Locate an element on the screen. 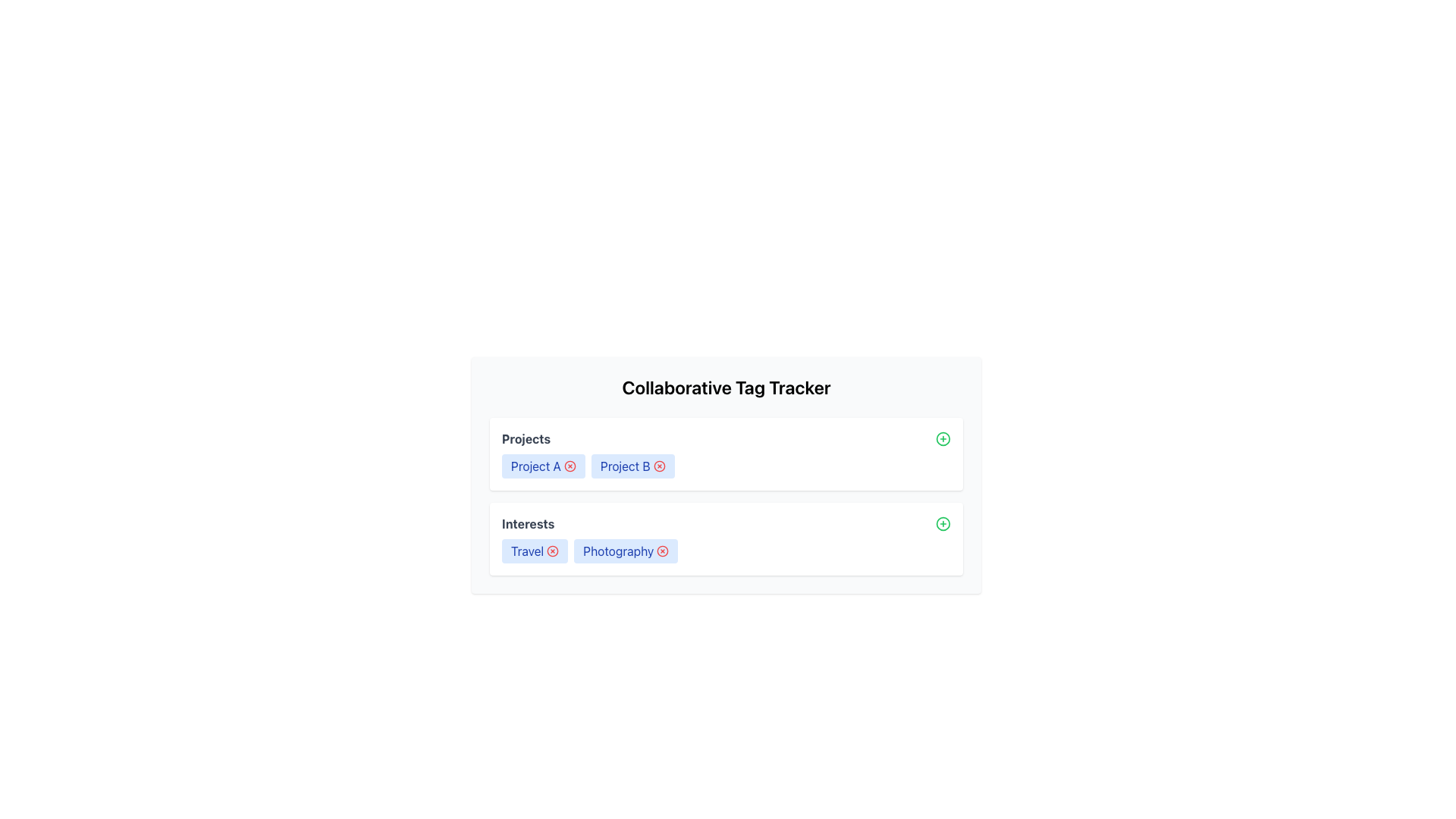 Image resolution: width=1456 pixels, height=819 pixels. the circular green button with a cross icon located on the far right side of the 'Interests' section is located at coordinates (942, 522).